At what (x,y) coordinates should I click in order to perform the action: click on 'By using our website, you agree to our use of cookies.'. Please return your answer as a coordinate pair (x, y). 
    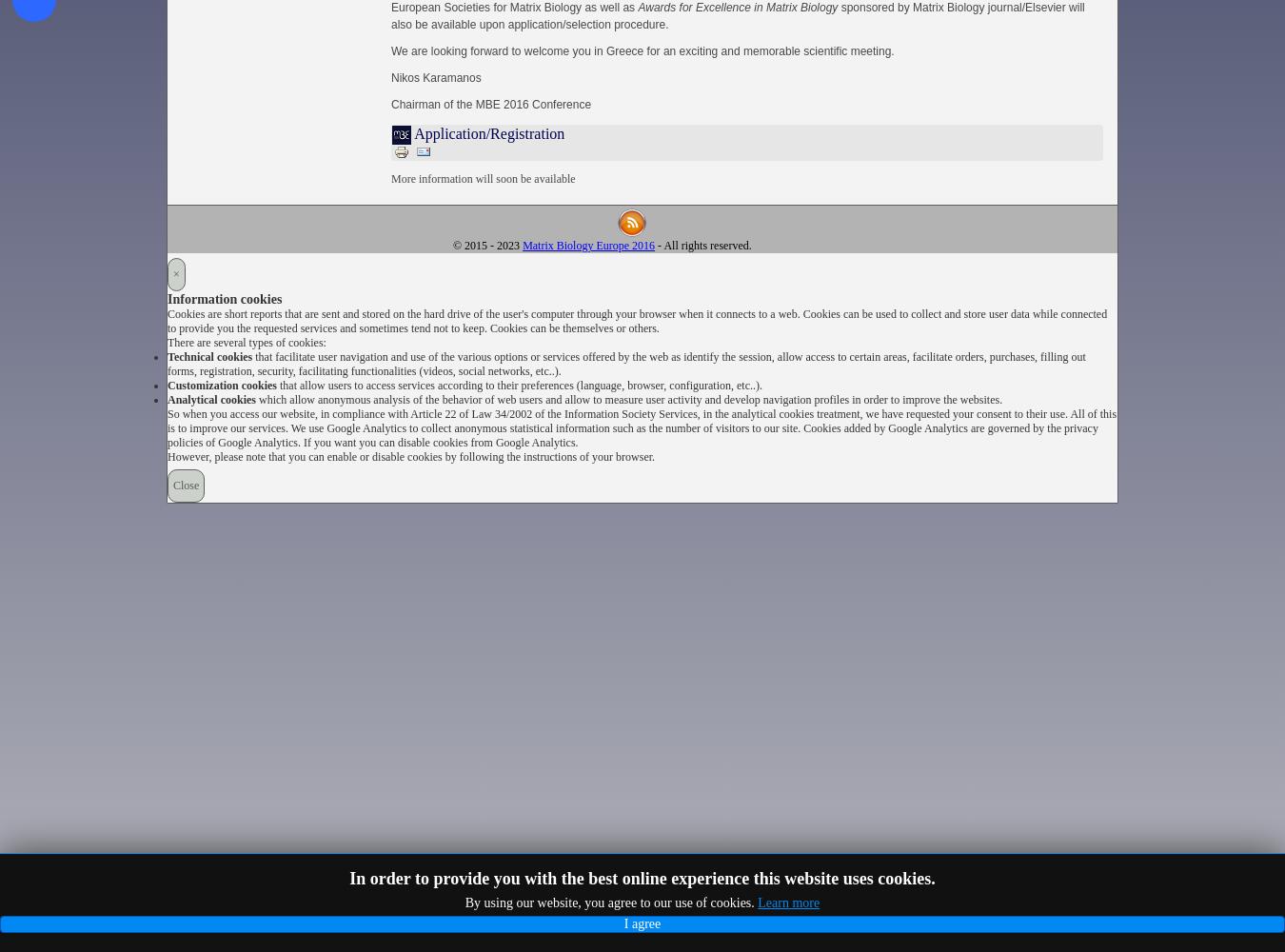
    Looking at the image, I should click on (611, 902).